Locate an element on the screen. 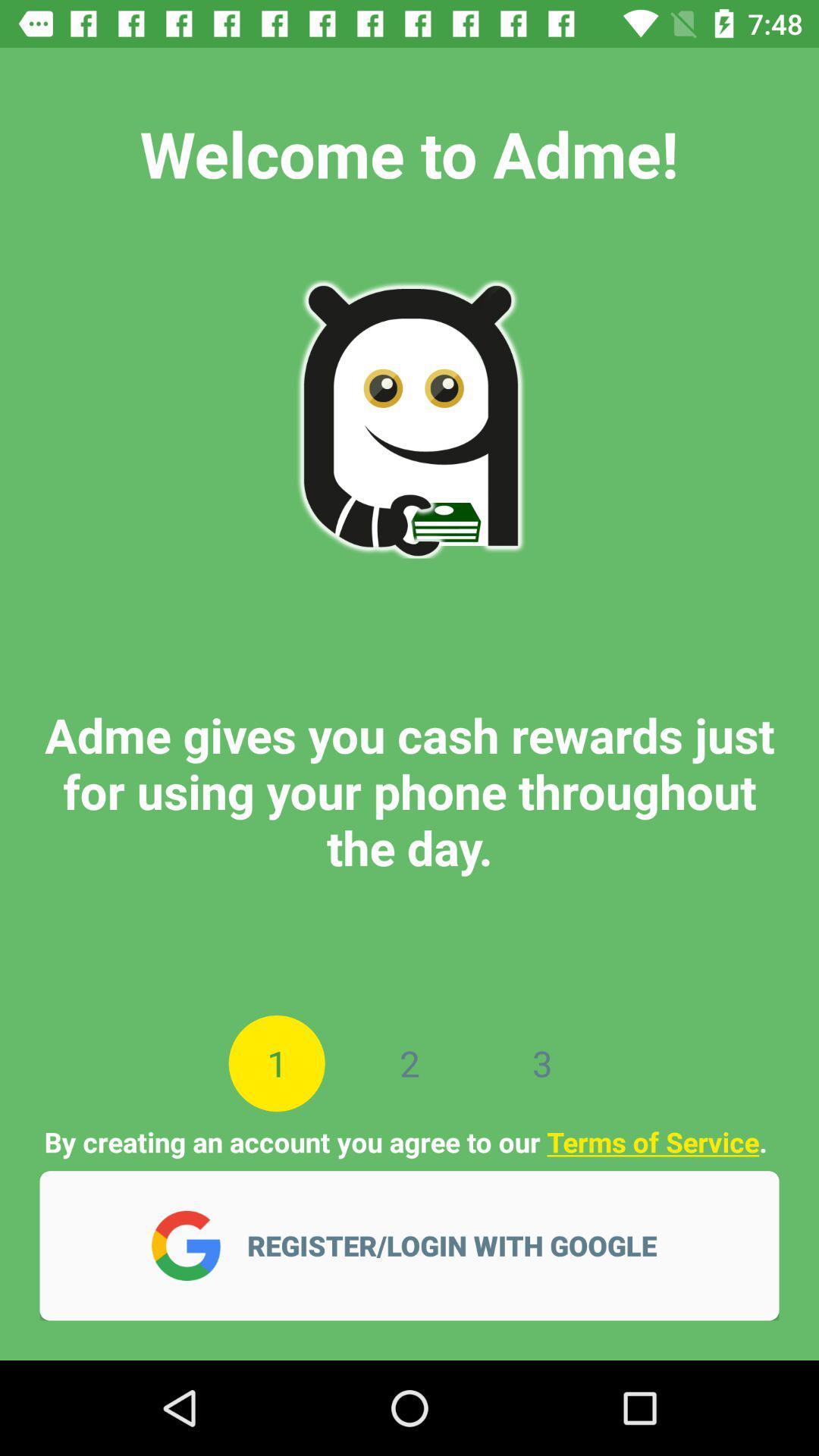 Image resolution: width=819 pixels, height=1456 pixels. the 1 app is located at coordinates (277, 1062).